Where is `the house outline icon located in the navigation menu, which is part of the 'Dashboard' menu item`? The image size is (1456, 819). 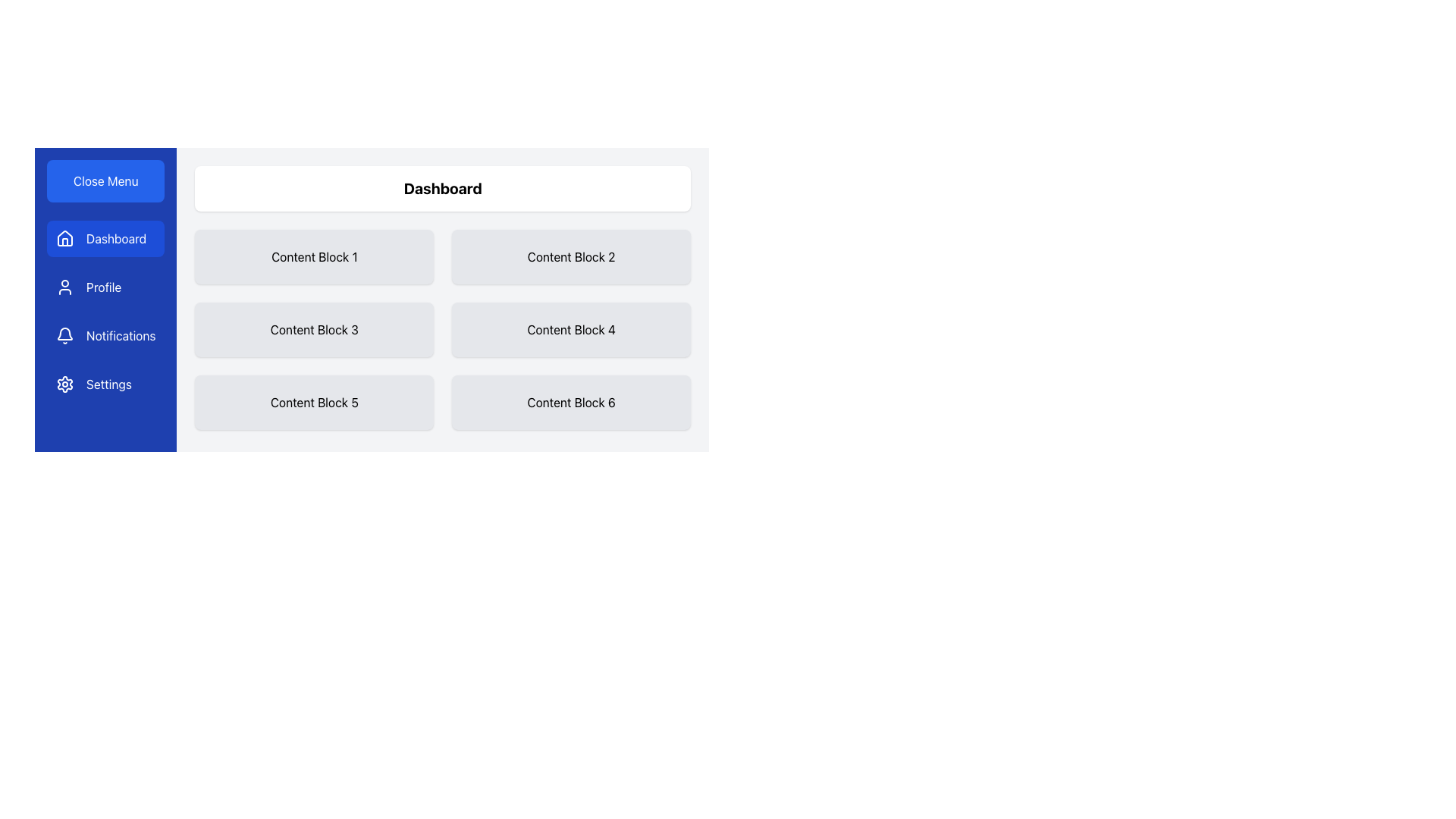
the house outline icon located in the navigation menu, which is part of the 'Dashboard' menu item is located at coordinates (64, 237).